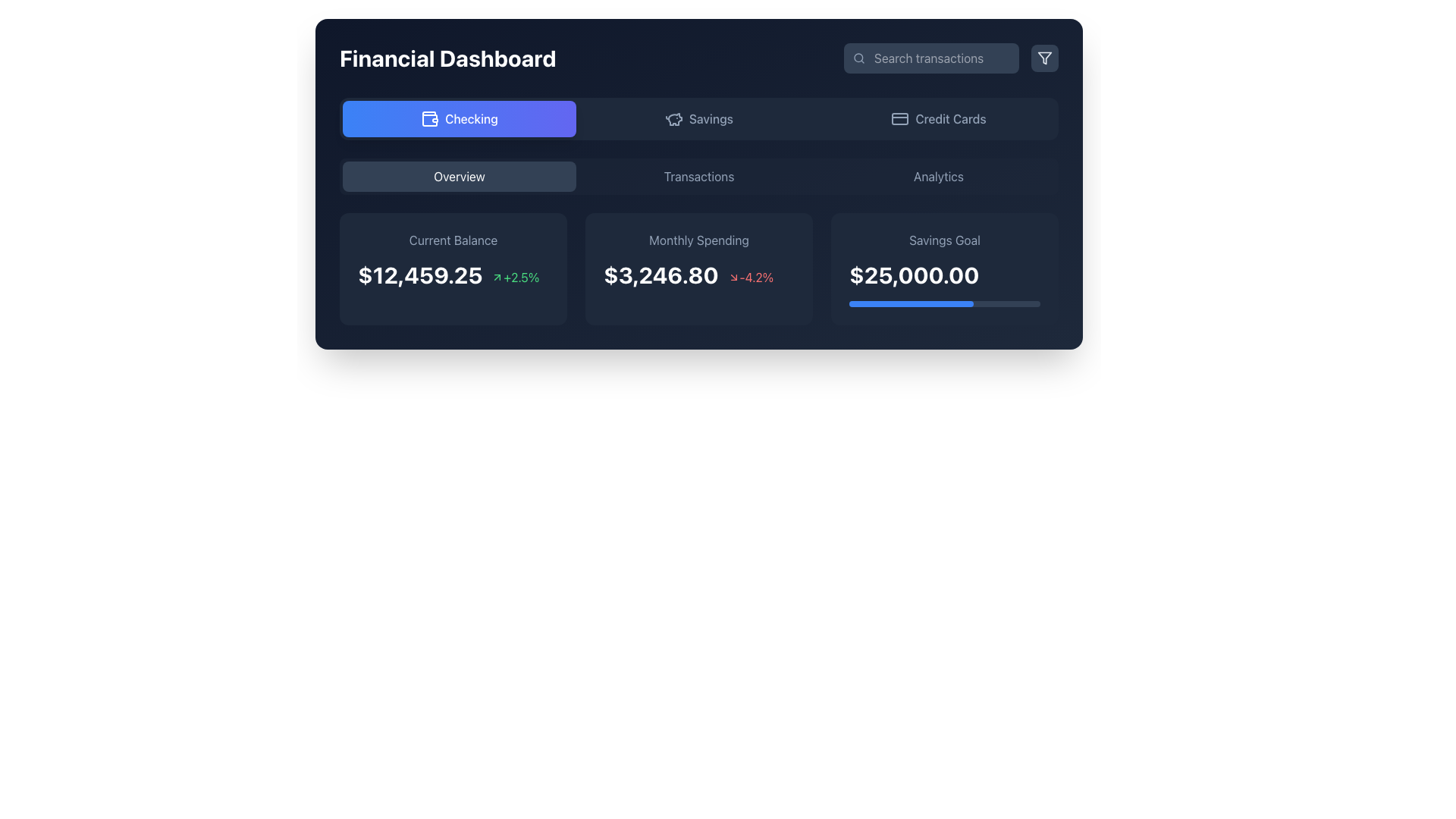 This screenshot has height=819, width=1456. Describe the element at coordinates (698, 175) in the screenshot. I see `the navigation button located between 'Overview' and 'Analytics'` at that location.